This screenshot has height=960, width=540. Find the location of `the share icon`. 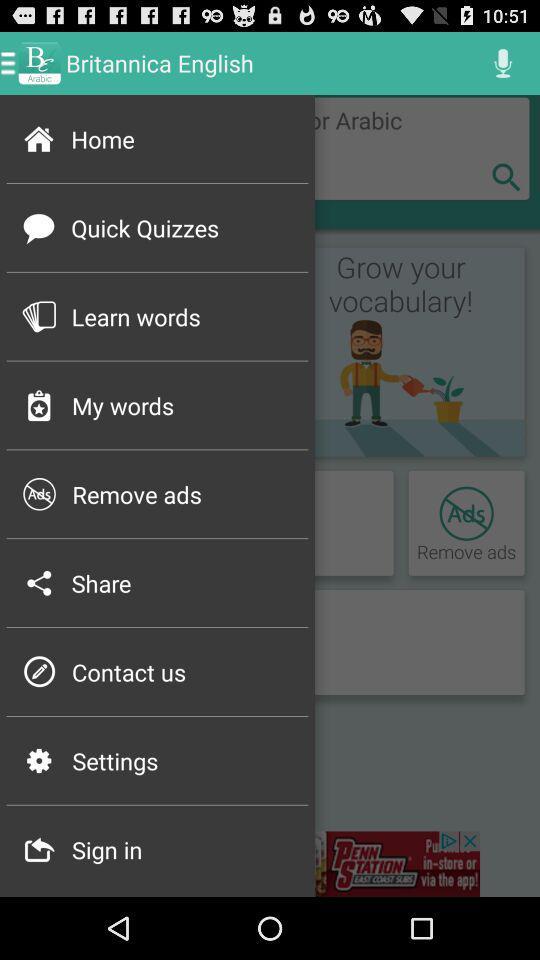

the share icon is located at coordinates (183, 583).